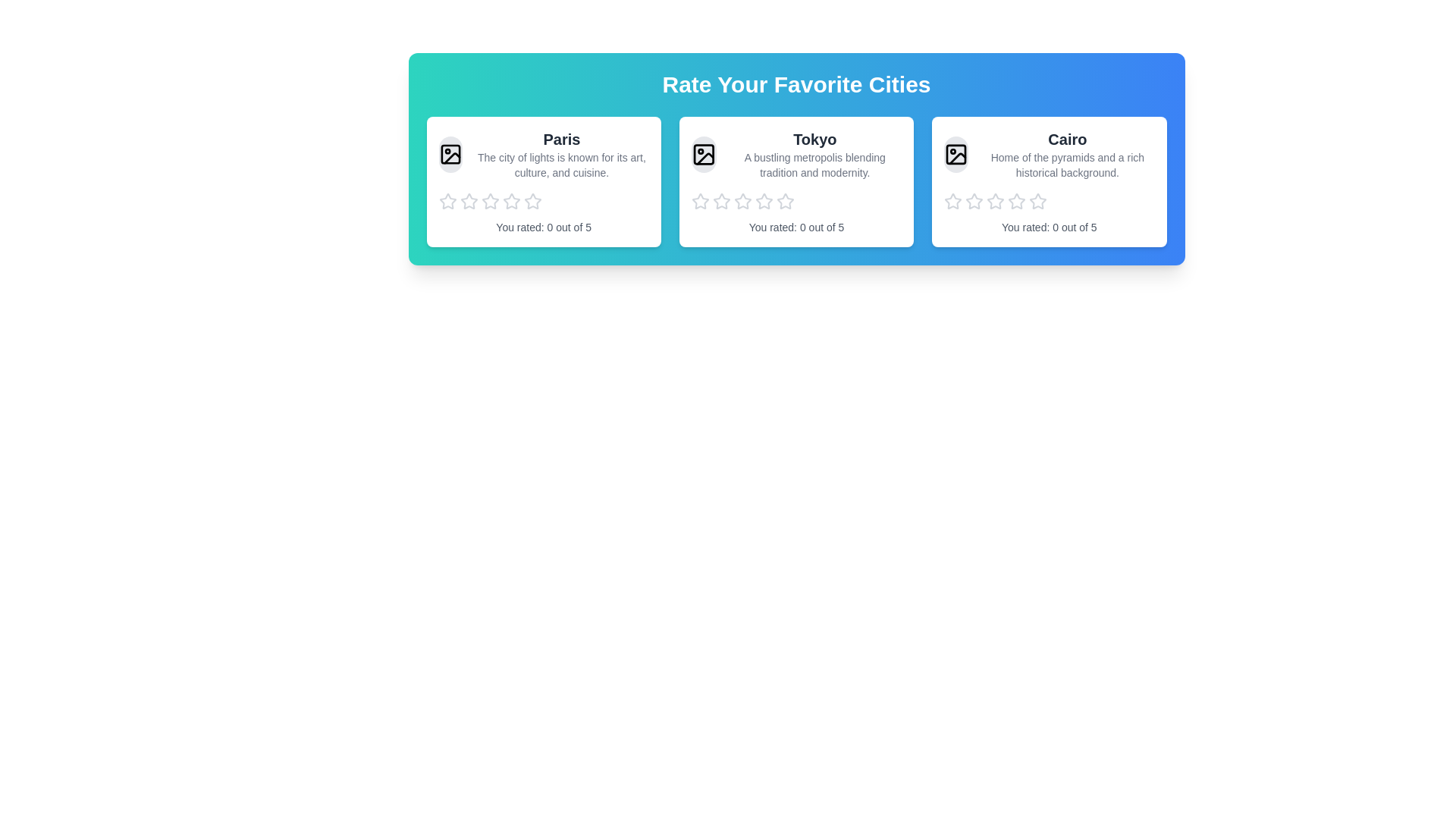 This screenshot has height=819, width=1456. I want to click on the first star in the horizontal sequence of rating stars below the 'Tokyo' card to set the rating to 1, so click(720, 200).